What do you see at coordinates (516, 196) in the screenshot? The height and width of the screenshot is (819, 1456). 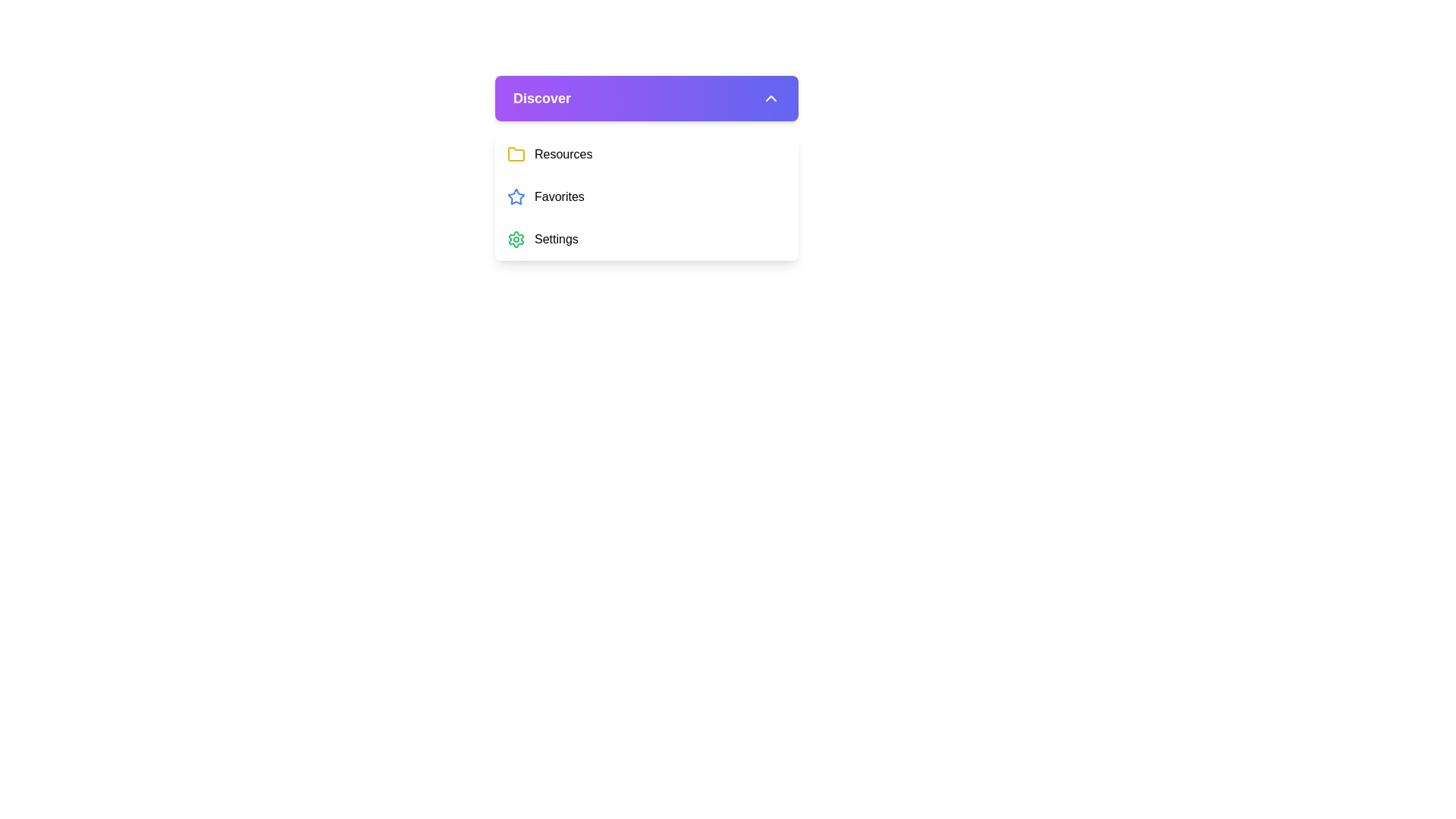 I see `the favorite-related icon located on the right-hand side of the UI, aligned near the center vertically, which is part of a dropdown interface and associated with options like 'Resources,' 'Favorites,' and 'Settings.'` at bounding box center [516, 196].